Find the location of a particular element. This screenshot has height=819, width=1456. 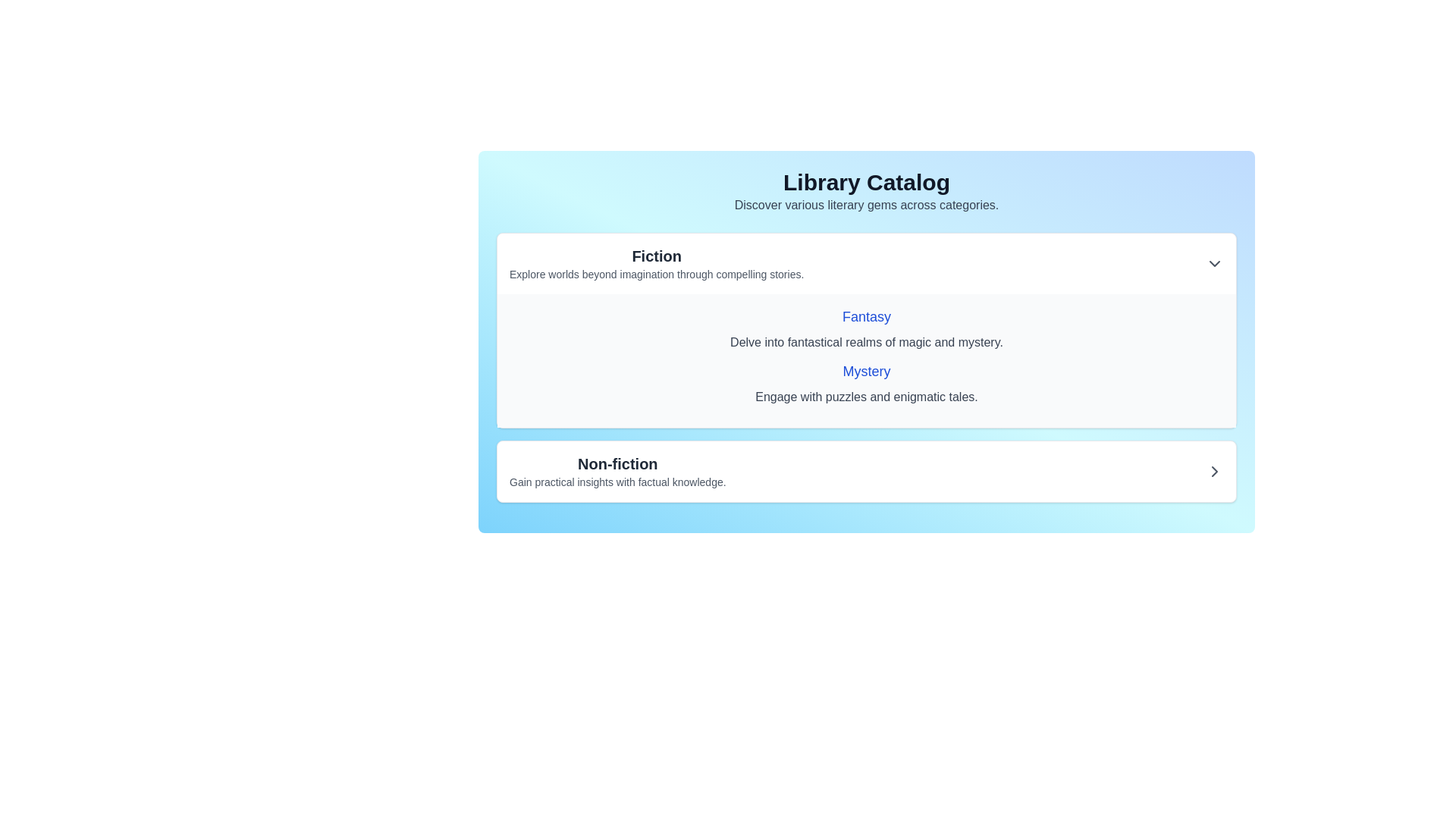

the 'Non-fiction' category label is located at coordinates (617, 470).